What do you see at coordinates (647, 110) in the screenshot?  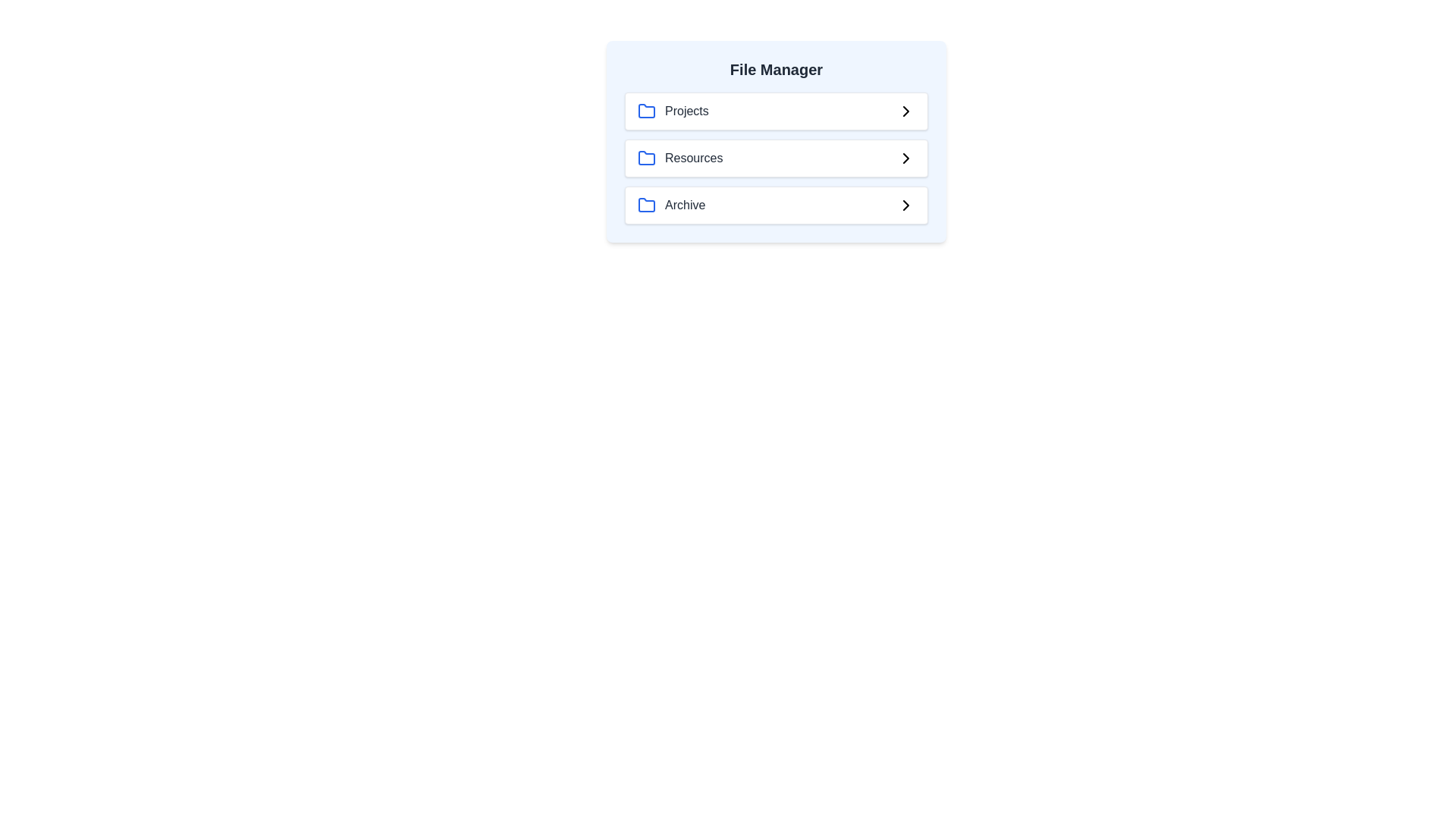 I see `the folder icon with a blue outline located to the left of the text label 'Projects' in the 'File Manager' section` at bounding box center [647, 110].